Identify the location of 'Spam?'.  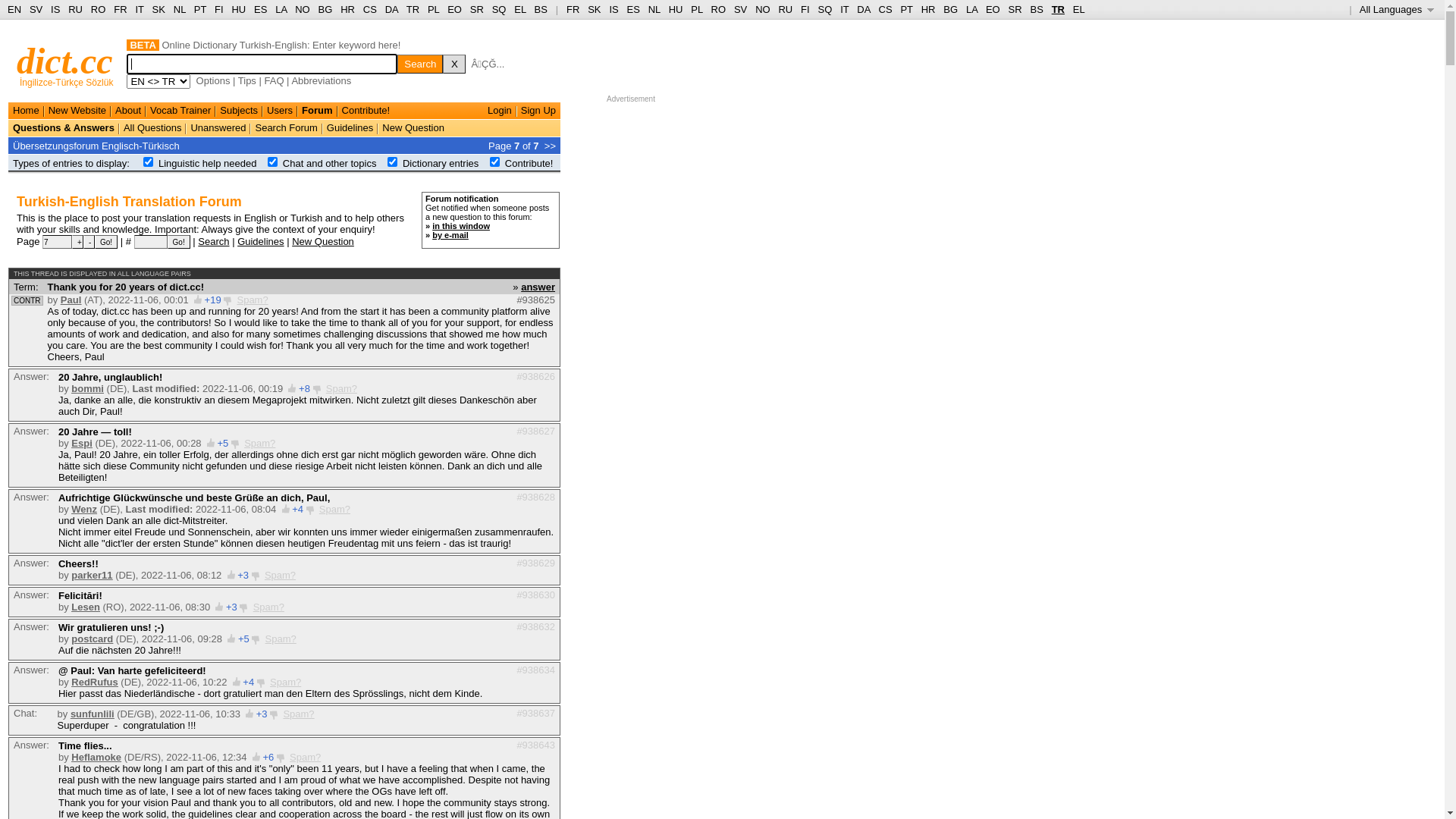
(334, 509).